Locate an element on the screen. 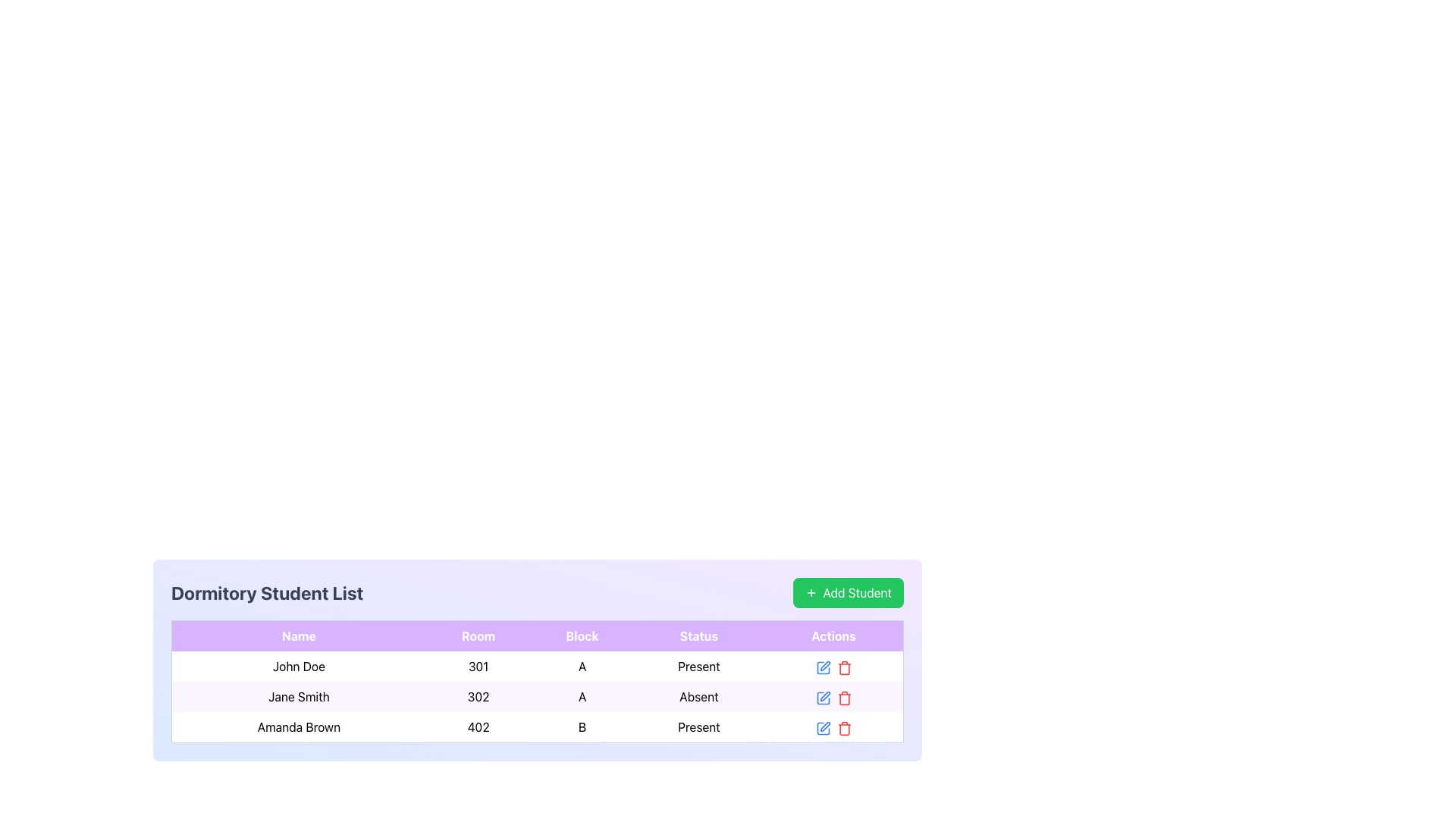  displayed text 'John Doe' from the first row under the 'Name' column in the table is located at coordinates (299, 666).